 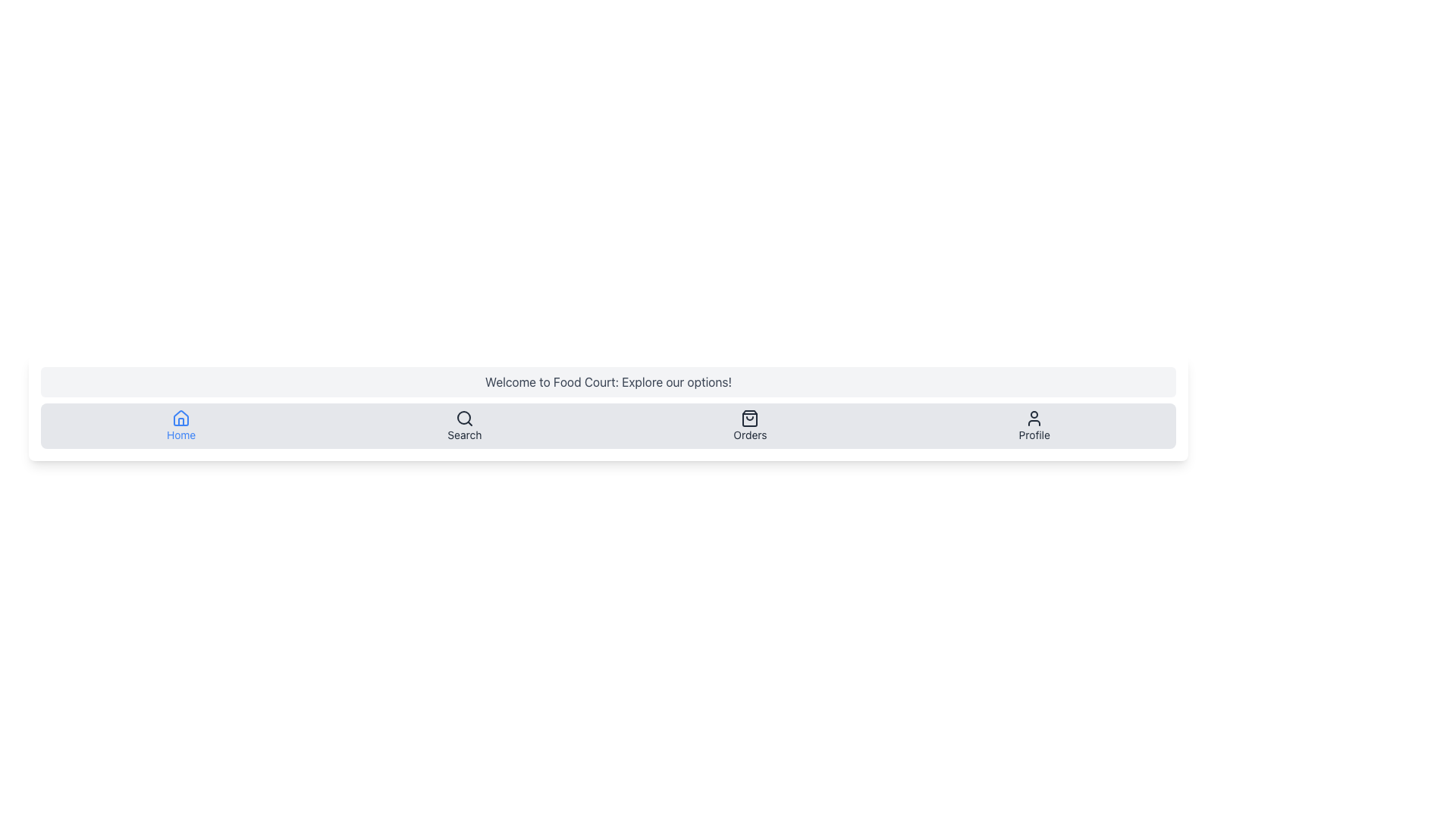 I want to click on the 'Home' button, which is the first item in the horizontal navigation bar styled in blue with a house icon and the label 'Home' below it, so click(x=181, y=426).